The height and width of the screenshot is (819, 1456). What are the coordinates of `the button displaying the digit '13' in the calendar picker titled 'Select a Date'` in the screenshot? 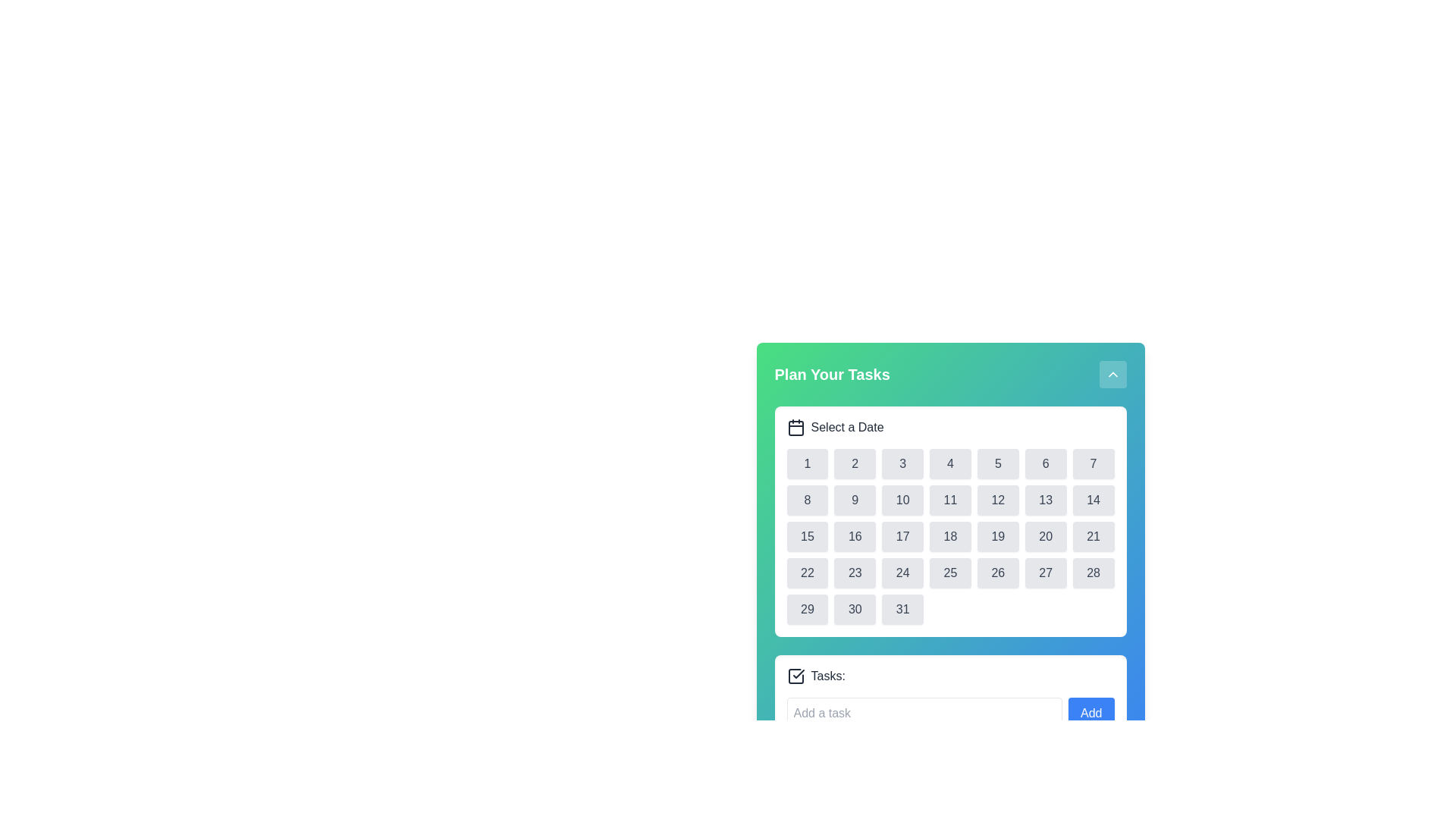 It's located at (1045, 500).